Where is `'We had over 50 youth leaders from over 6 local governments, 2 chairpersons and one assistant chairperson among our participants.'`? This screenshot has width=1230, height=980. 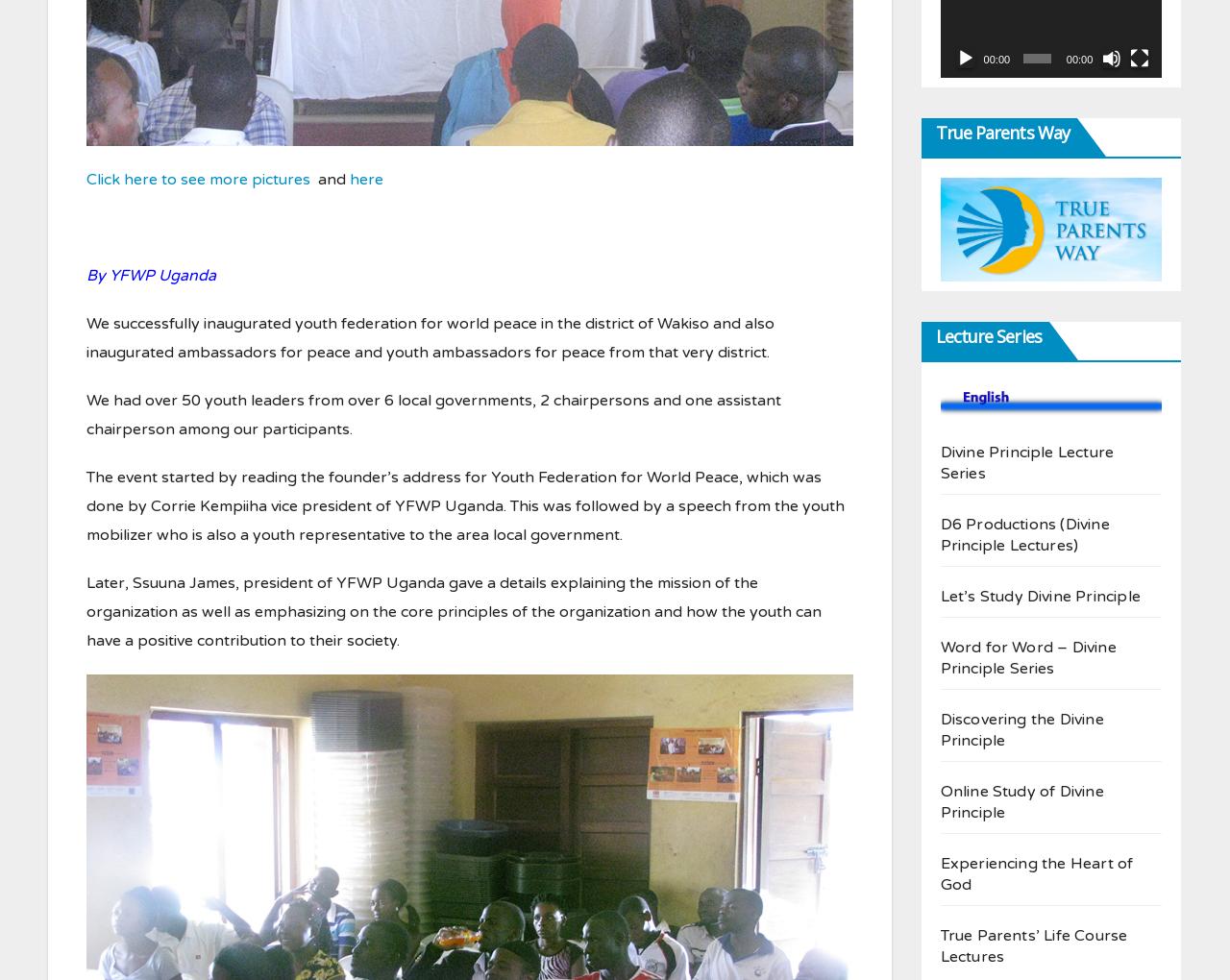 'We had over 50 youth leaders from over 6 local governments, 2 chairpersons and one assistant chairperson among our participants.' is located at coordinates (85, 412).